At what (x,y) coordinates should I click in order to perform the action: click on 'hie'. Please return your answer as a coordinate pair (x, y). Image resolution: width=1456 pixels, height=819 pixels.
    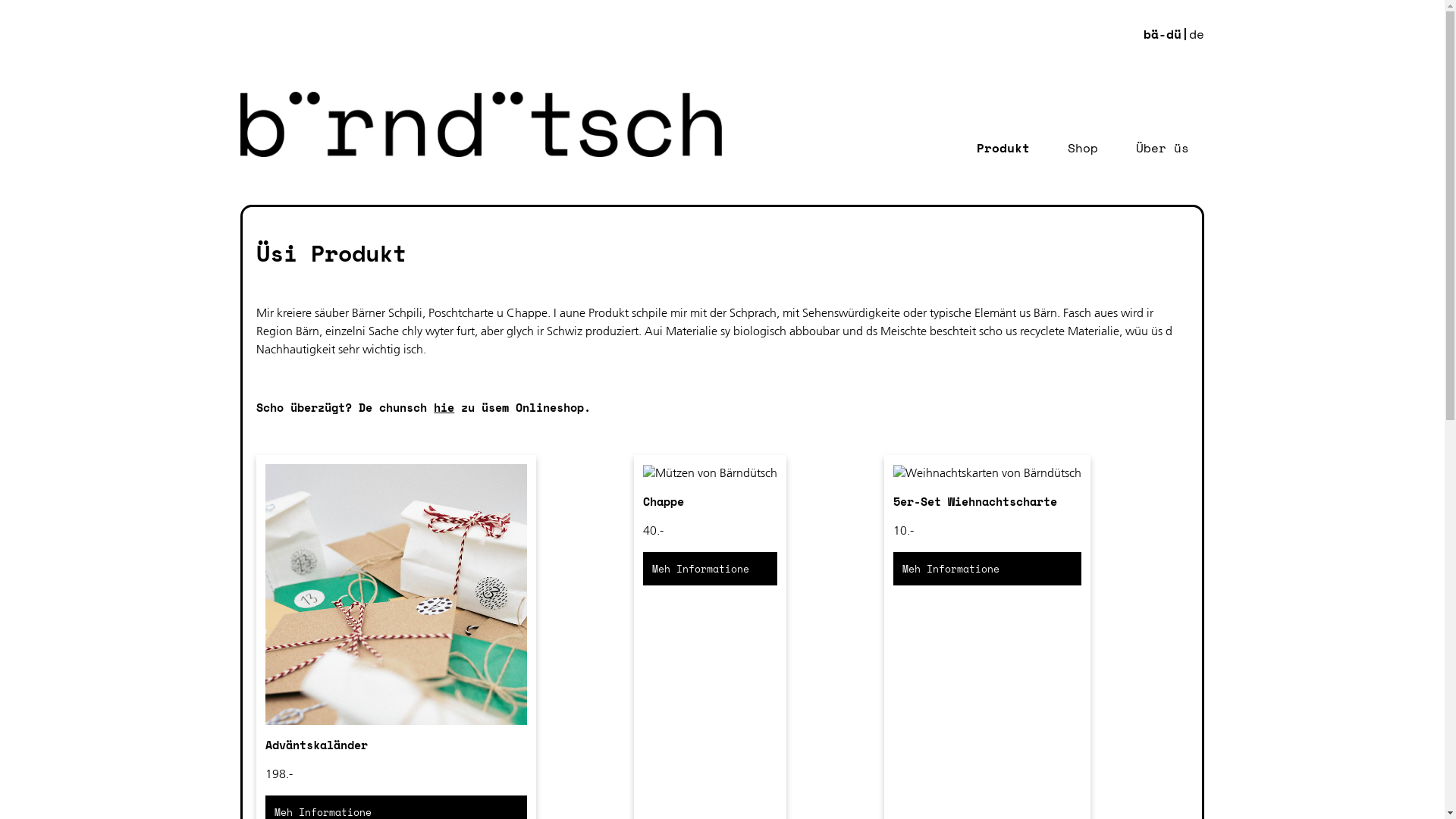
    Looking at the image, I should click on (443, 406).